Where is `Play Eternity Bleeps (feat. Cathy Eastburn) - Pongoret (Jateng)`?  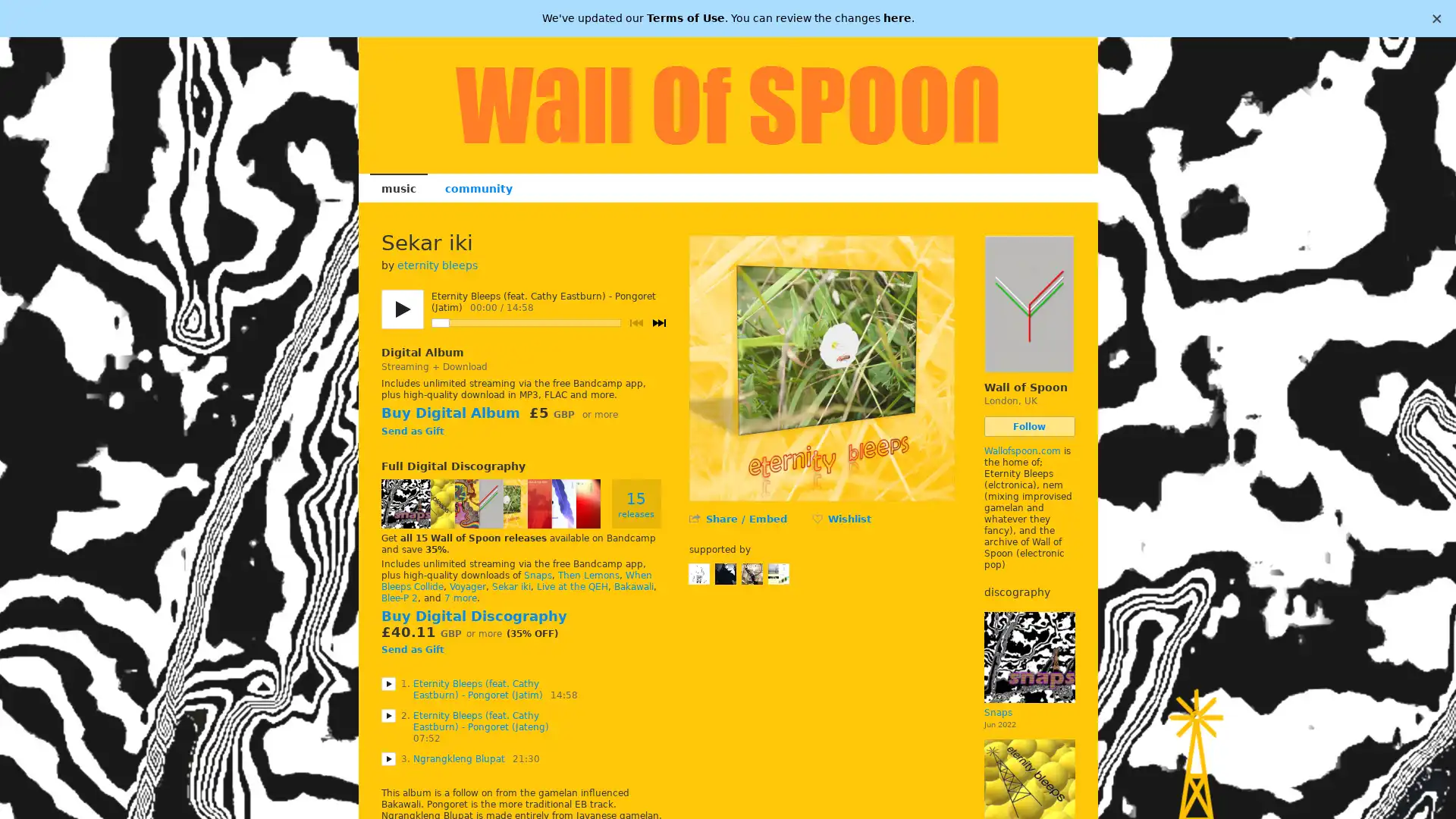
Play Eternity Bleeps (feat. Cathy Eastburn) - Pongoret (Jateng) is located at coordinates (388, 714).